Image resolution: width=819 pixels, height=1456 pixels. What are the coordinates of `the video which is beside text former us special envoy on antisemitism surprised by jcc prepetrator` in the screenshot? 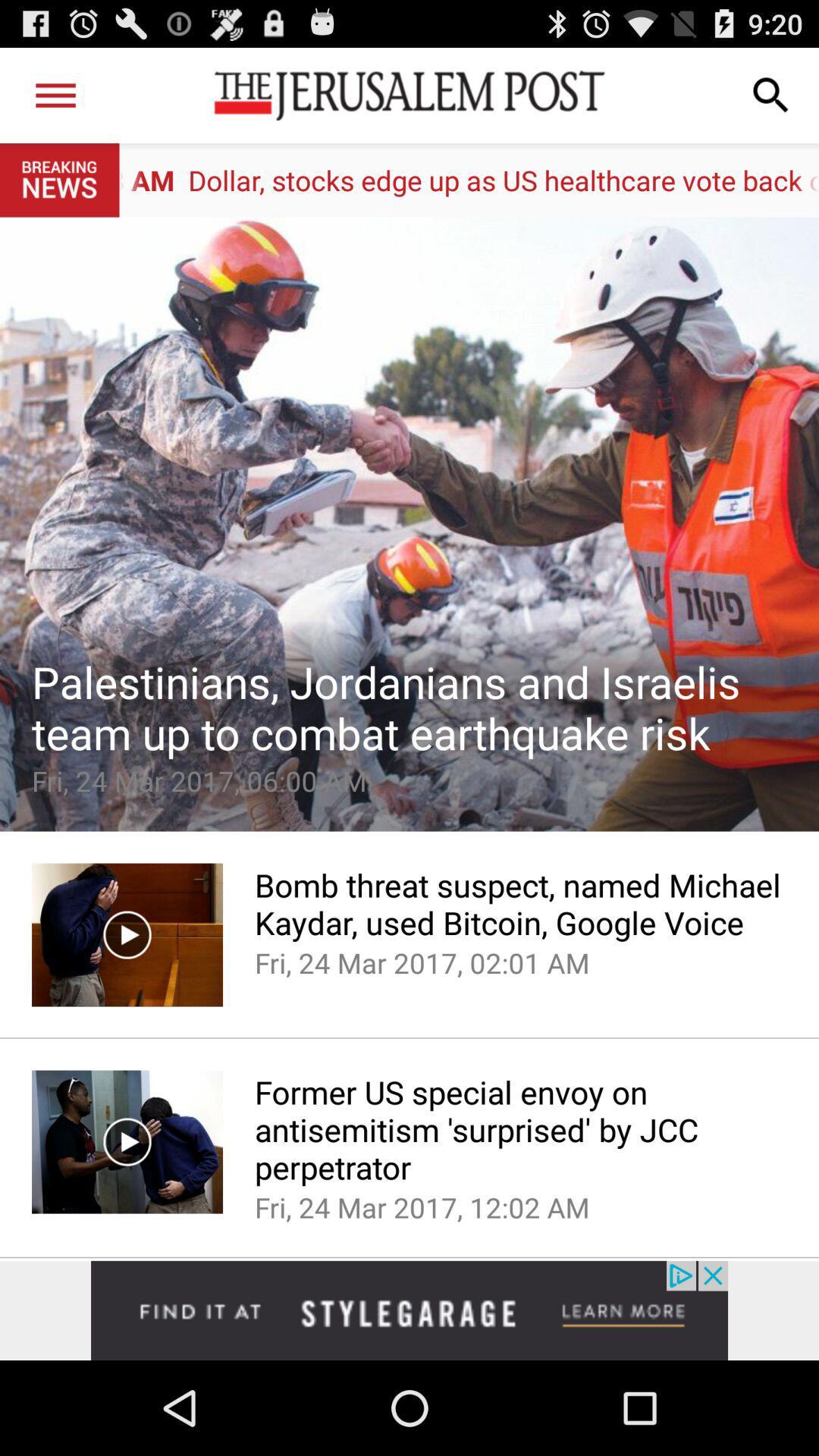 It's located at (127, 1142).